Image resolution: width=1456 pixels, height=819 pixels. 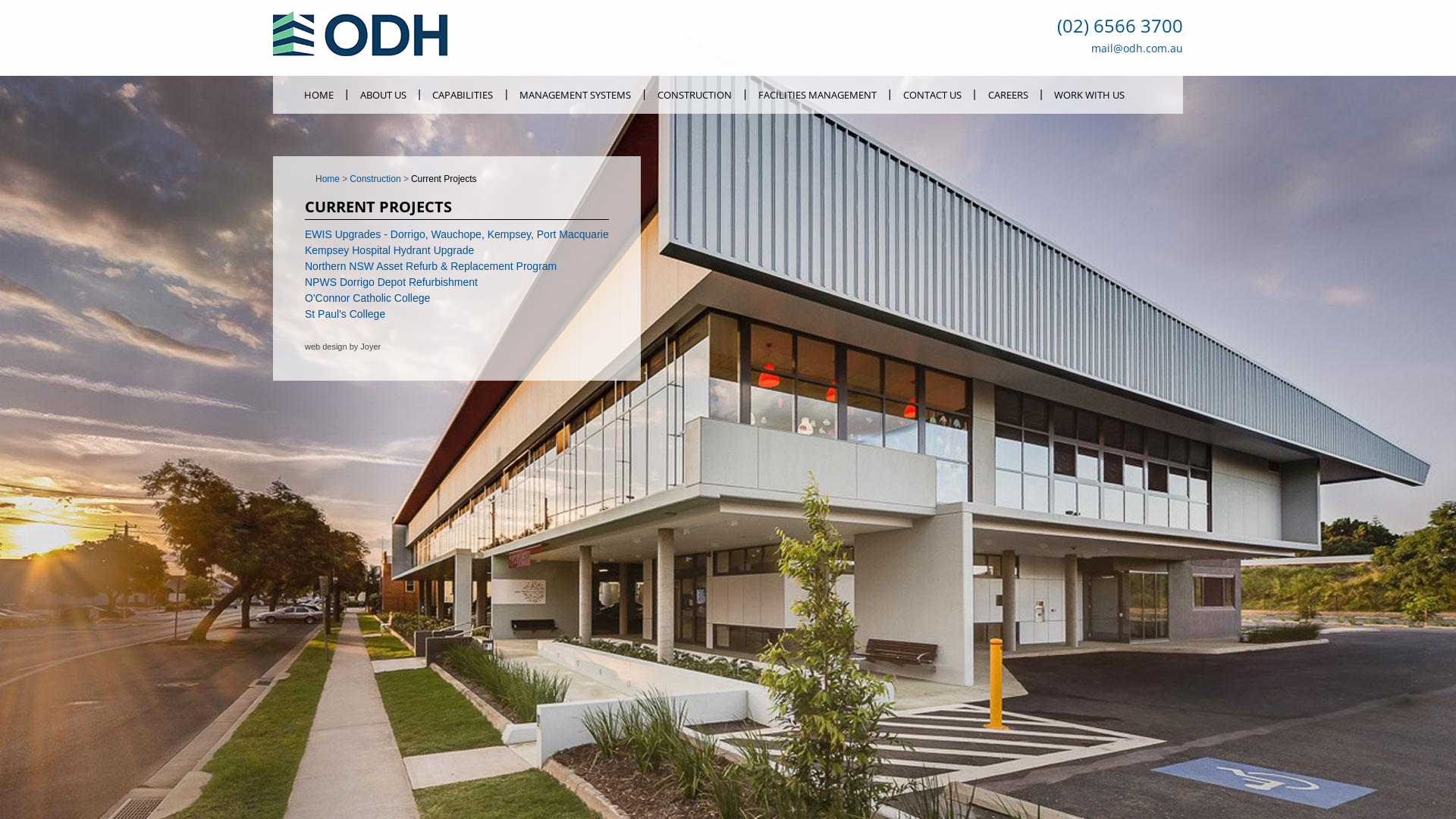 I want to click on 'CAREERS', so click(x=1008, y=94).